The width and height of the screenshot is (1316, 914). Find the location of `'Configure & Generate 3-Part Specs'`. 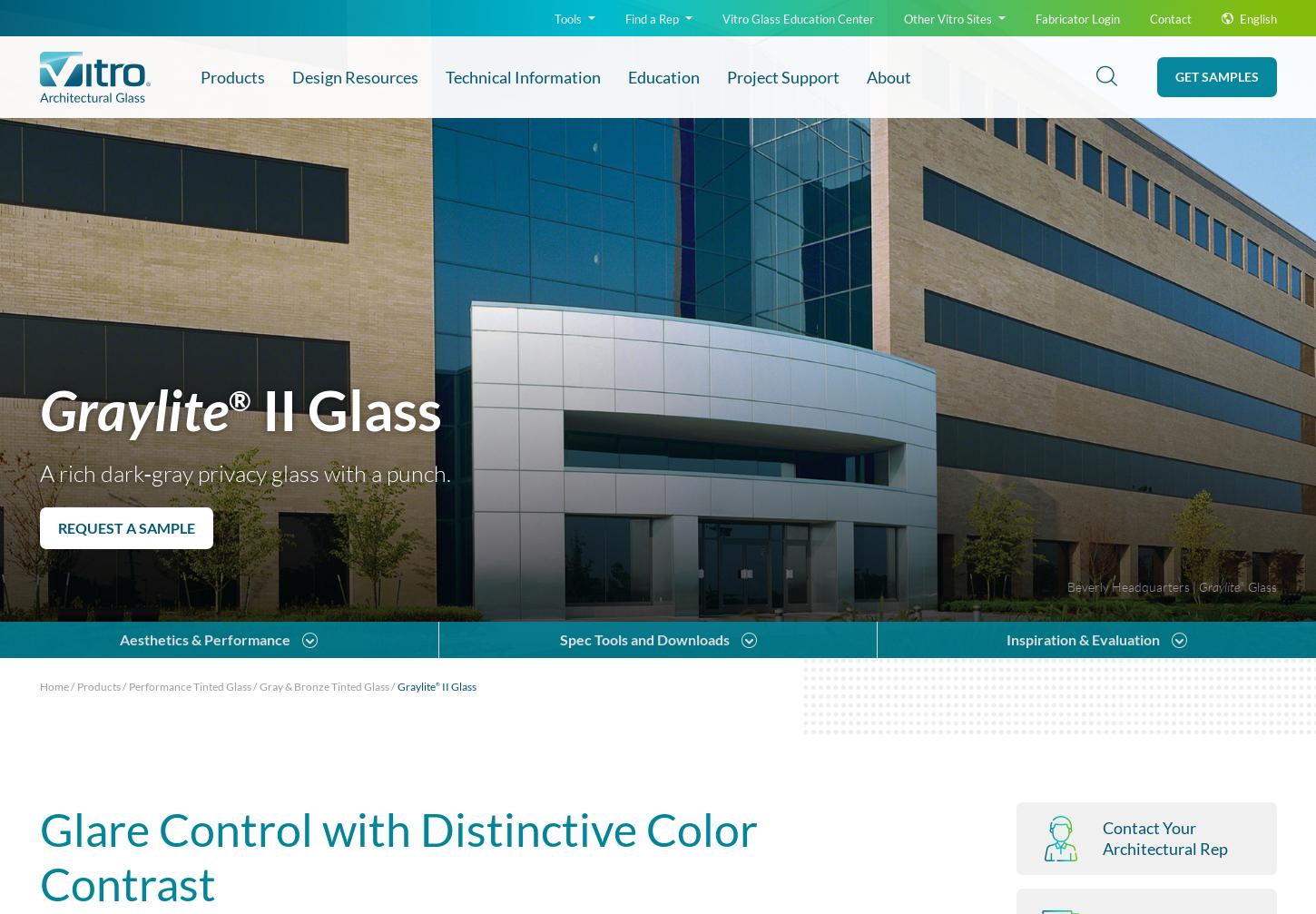

'Configure & Generate 3-Part Specs' is located at coordinates (203, 402).